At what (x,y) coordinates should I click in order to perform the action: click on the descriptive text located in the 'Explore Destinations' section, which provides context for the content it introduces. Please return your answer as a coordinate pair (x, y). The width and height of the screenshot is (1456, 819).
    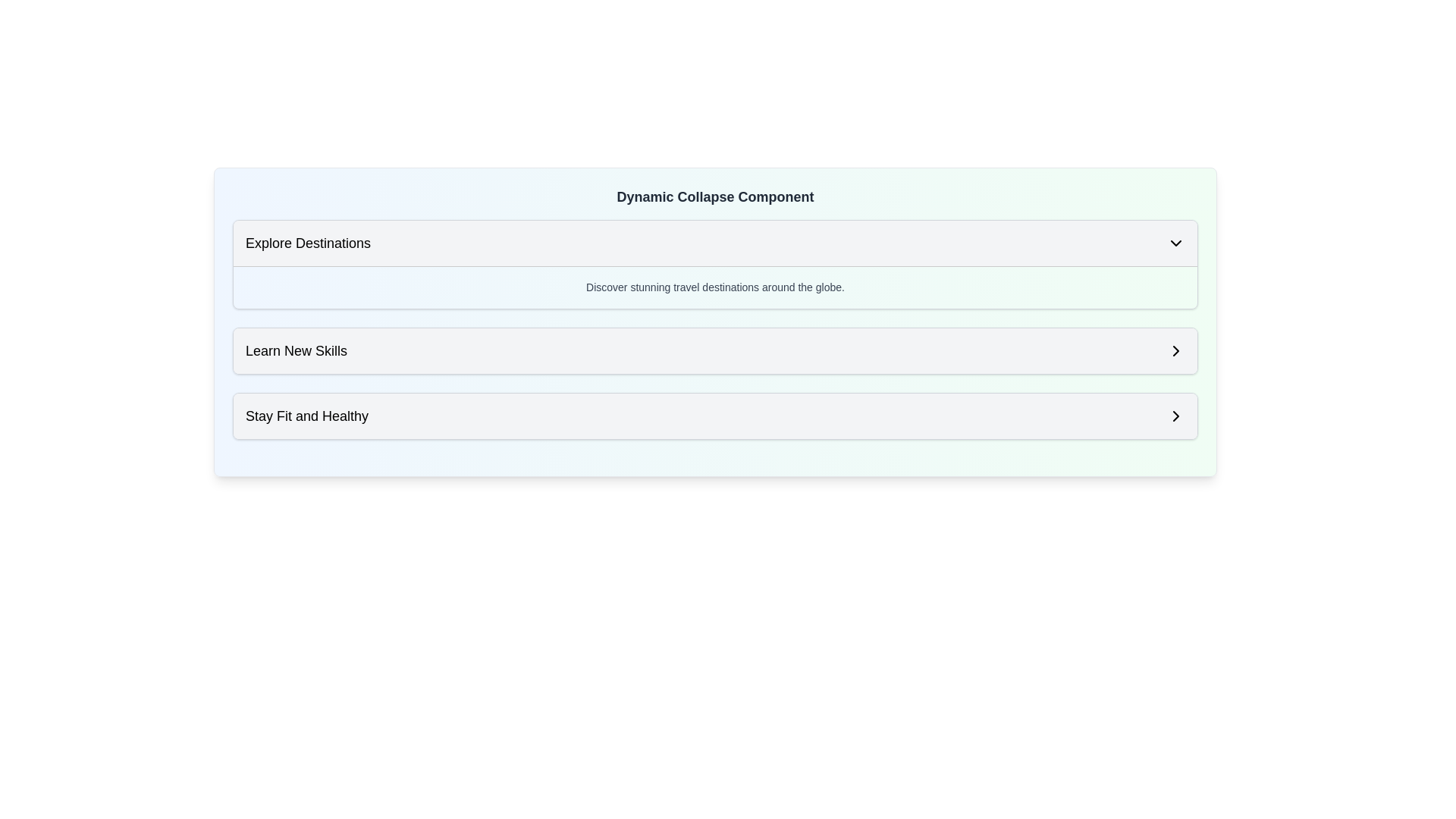
    Looking at the image, I should click on (714, 287).